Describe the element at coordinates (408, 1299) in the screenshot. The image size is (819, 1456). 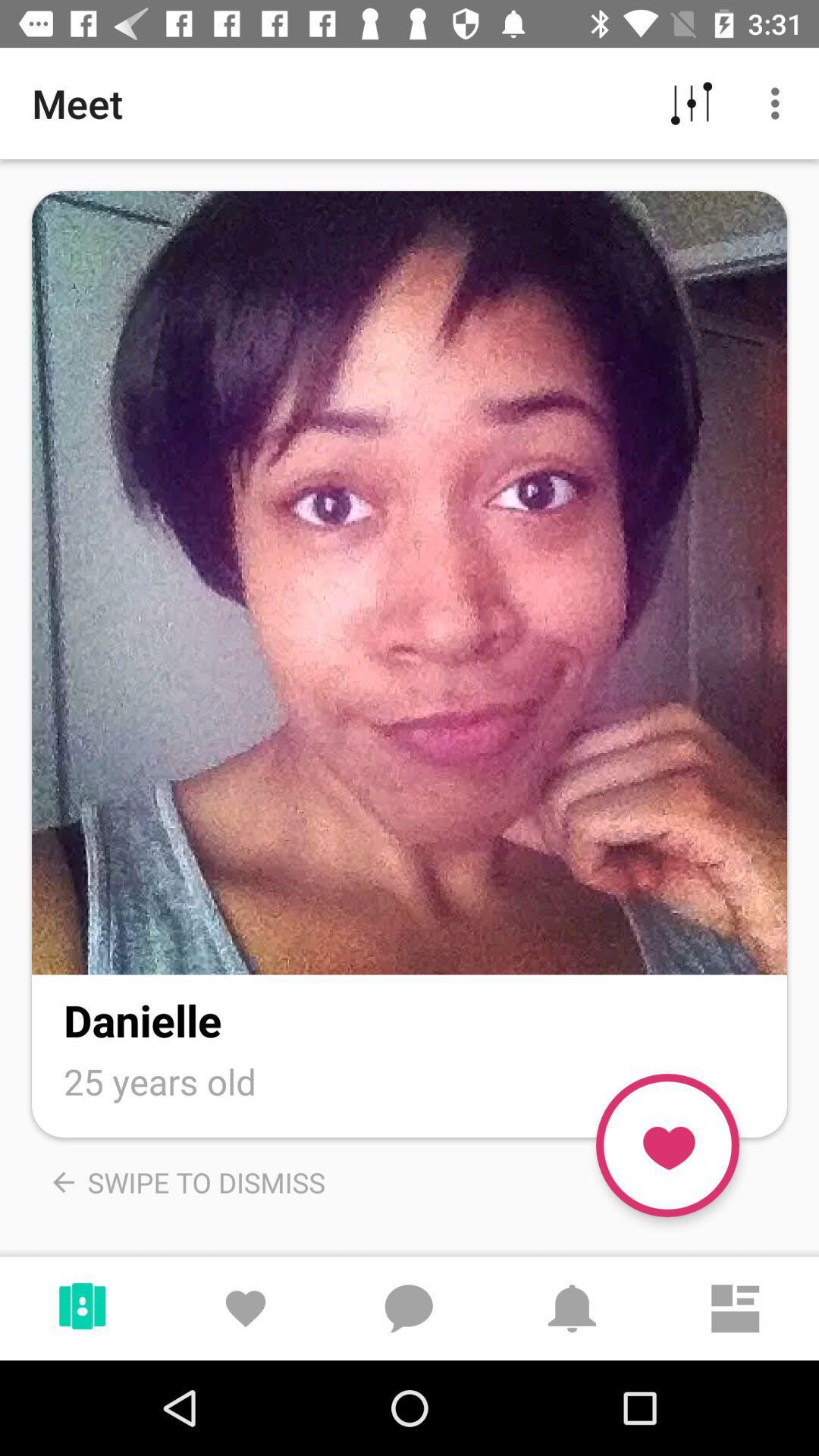
I see `the chat icon left side of bell icon` at that location.